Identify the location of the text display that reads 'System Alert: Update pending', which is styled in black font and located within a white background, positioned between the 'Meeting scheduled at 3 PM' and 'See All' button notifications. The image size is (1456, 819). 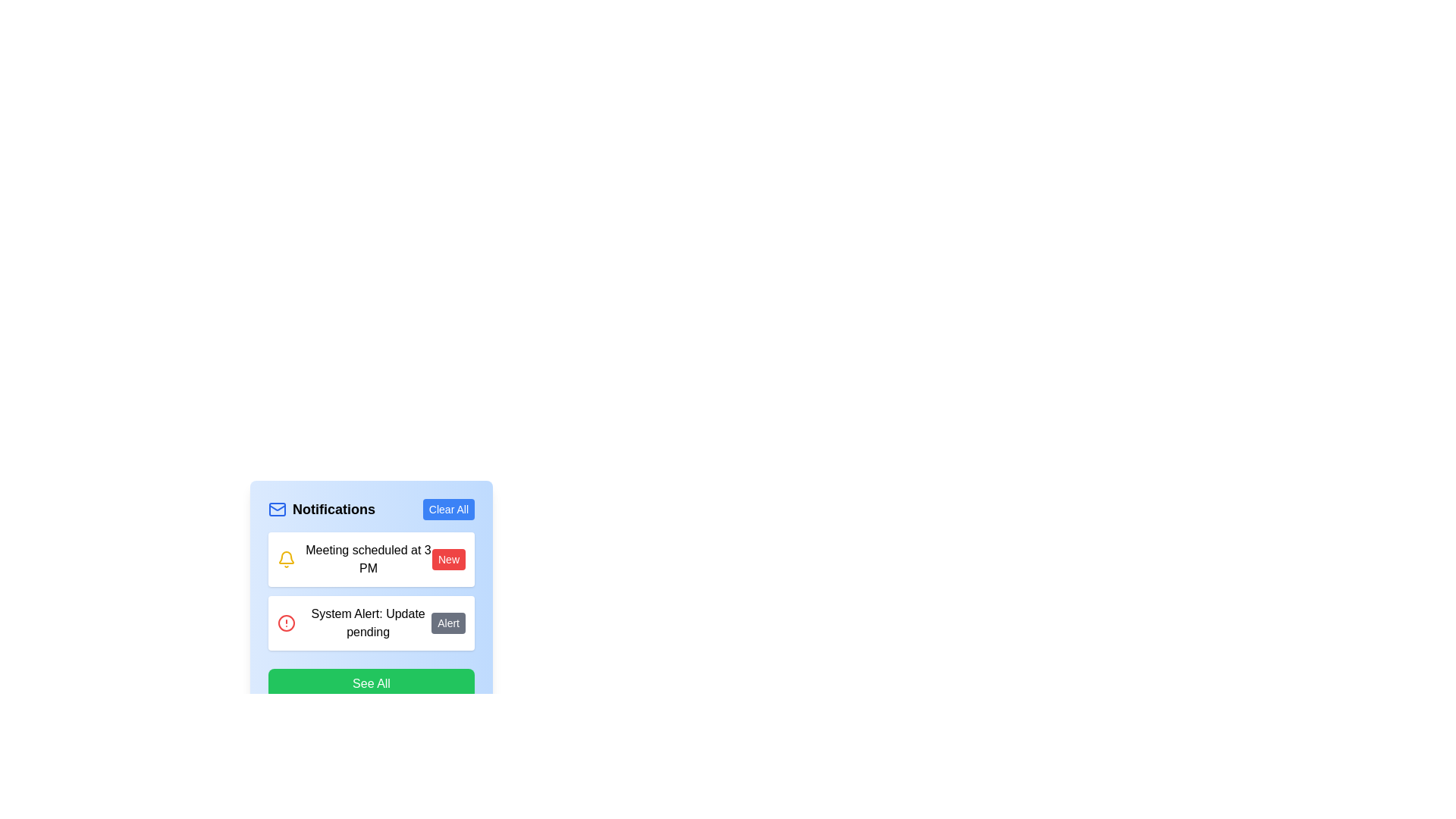
(368, 623).